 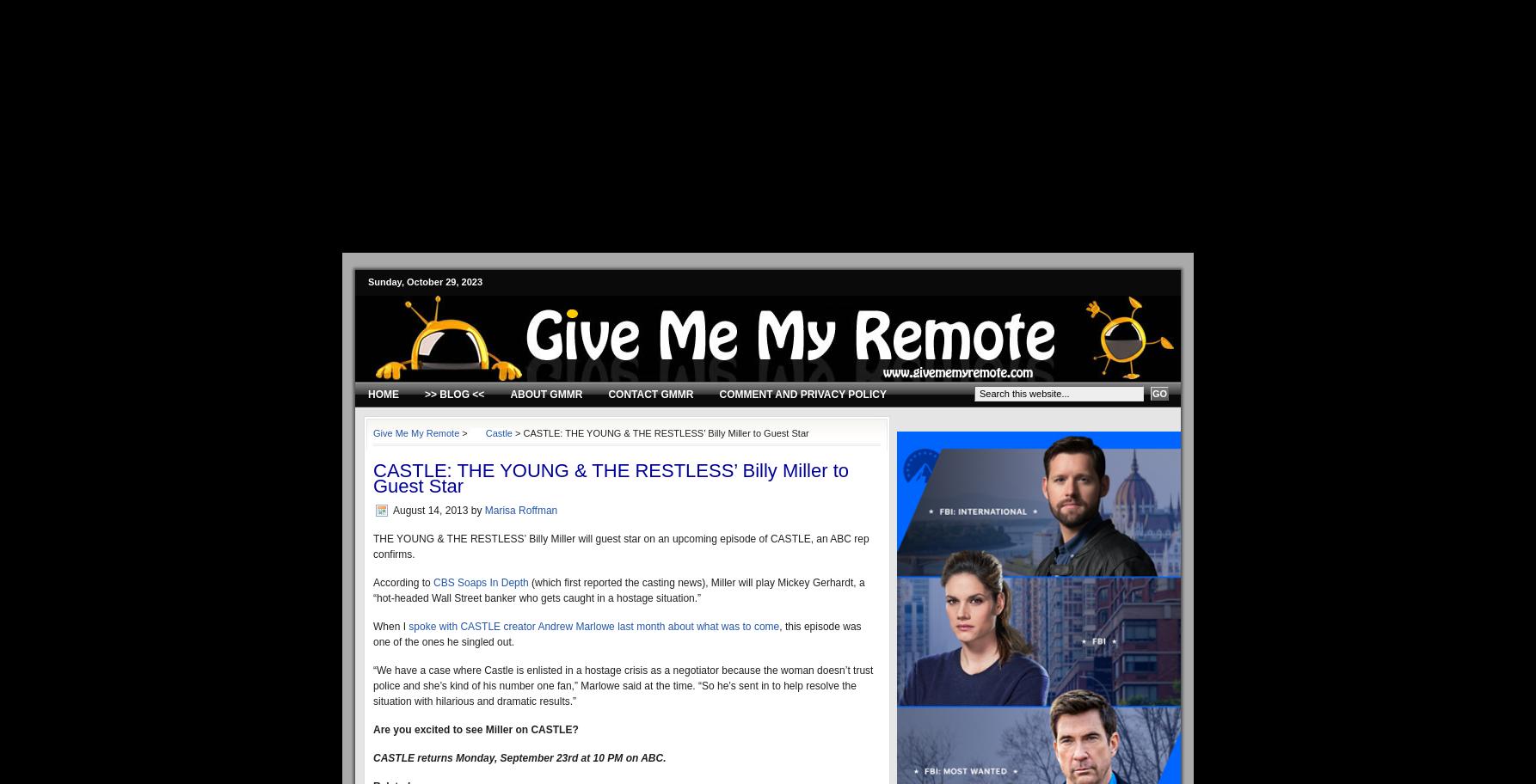 I want to click on 'Are you excited to see Miller on CASTLE?', so click(x=372, y=729).